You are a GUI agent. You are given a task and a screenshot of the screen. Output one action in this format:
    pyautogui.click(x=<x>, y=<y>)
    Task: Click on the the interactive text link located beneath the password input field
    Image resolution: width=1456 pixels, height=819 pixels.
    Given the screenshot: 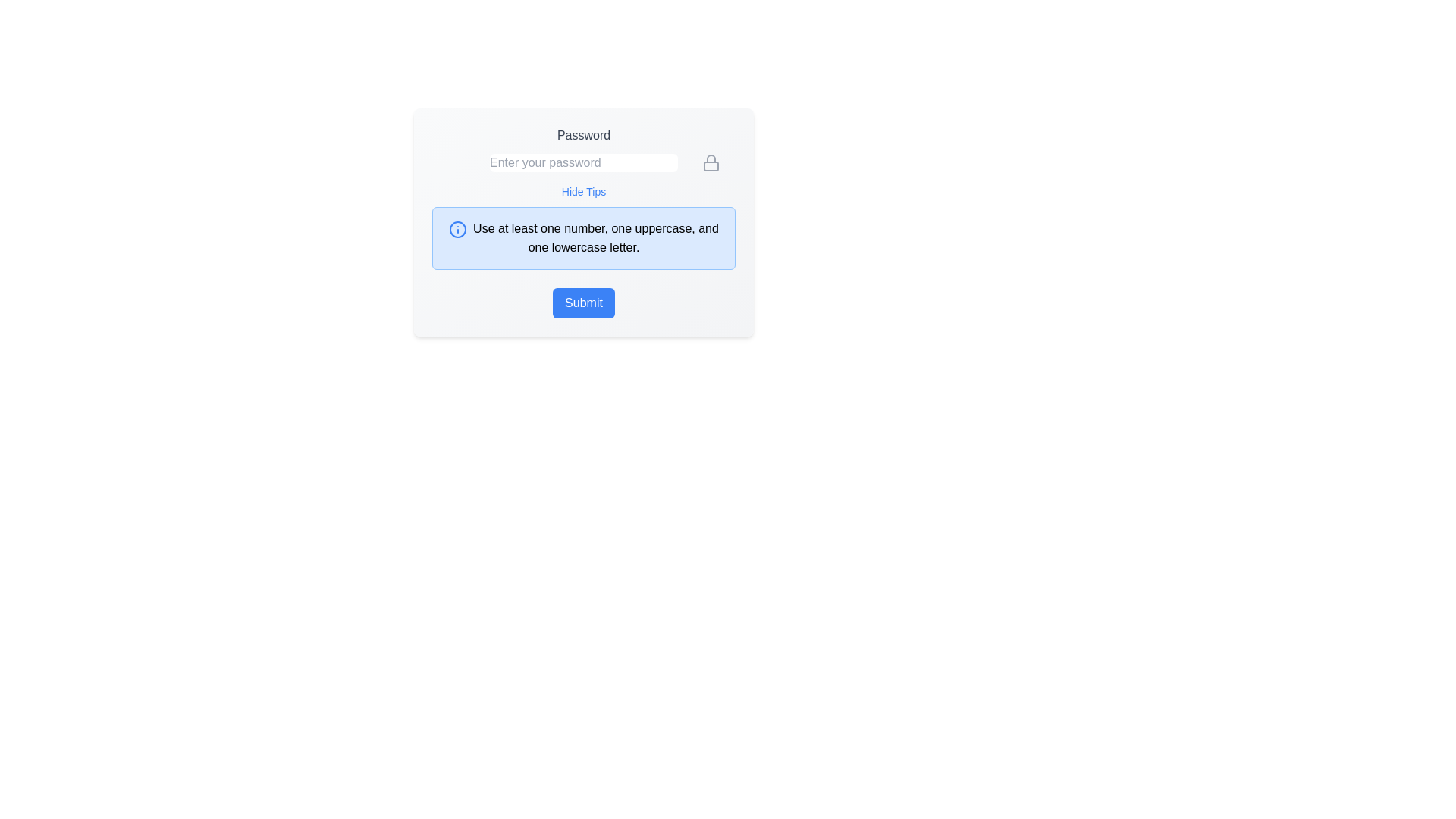 What is the action you would take?
    pyautogui.click(x=582, y=191)
    